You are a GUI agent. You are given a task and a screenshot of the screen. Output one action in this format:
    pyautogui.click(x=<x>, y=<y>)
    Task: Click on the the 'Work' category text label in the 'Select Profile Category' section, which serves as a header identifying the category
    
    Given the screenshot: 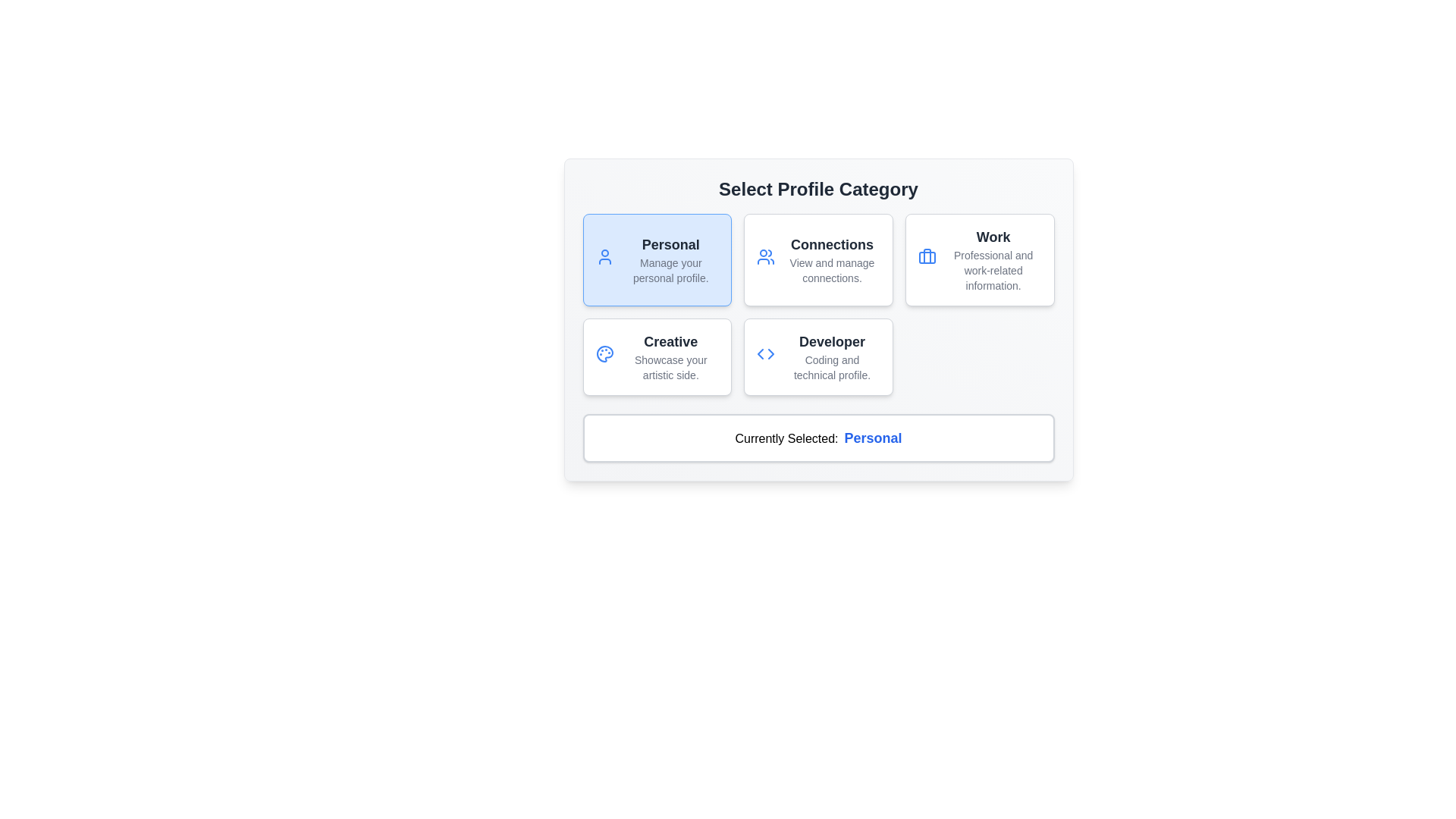 What is the action you would take?
    pyautogui.click(x=993, y=237)
    